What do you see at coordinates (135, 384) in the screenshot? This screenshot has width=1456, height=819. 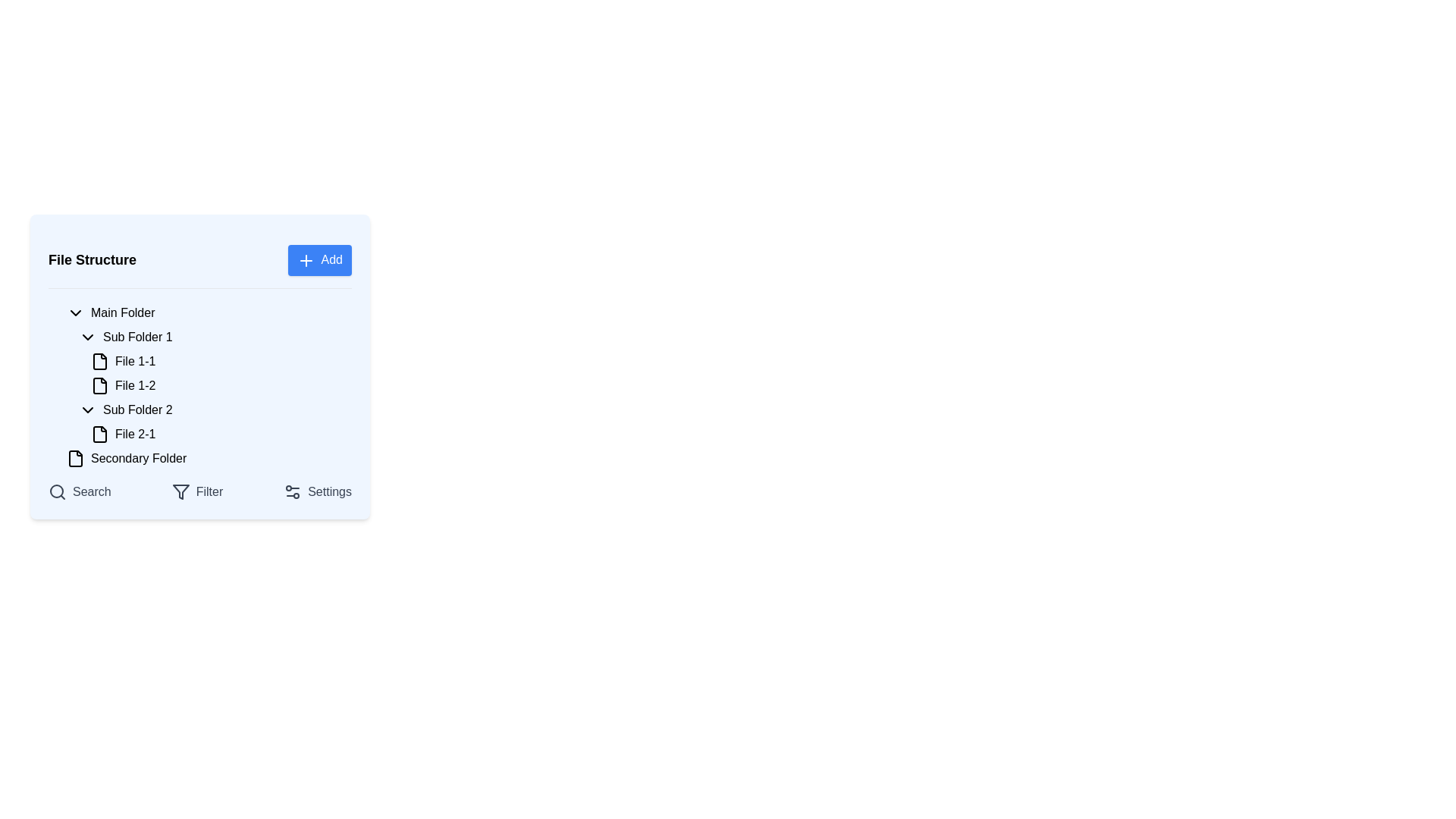 I see `the second file entry labeled as 'File 1-2' within the 'Sub Folder 1' of the file navigator interface` at bounding box center [135, 384].